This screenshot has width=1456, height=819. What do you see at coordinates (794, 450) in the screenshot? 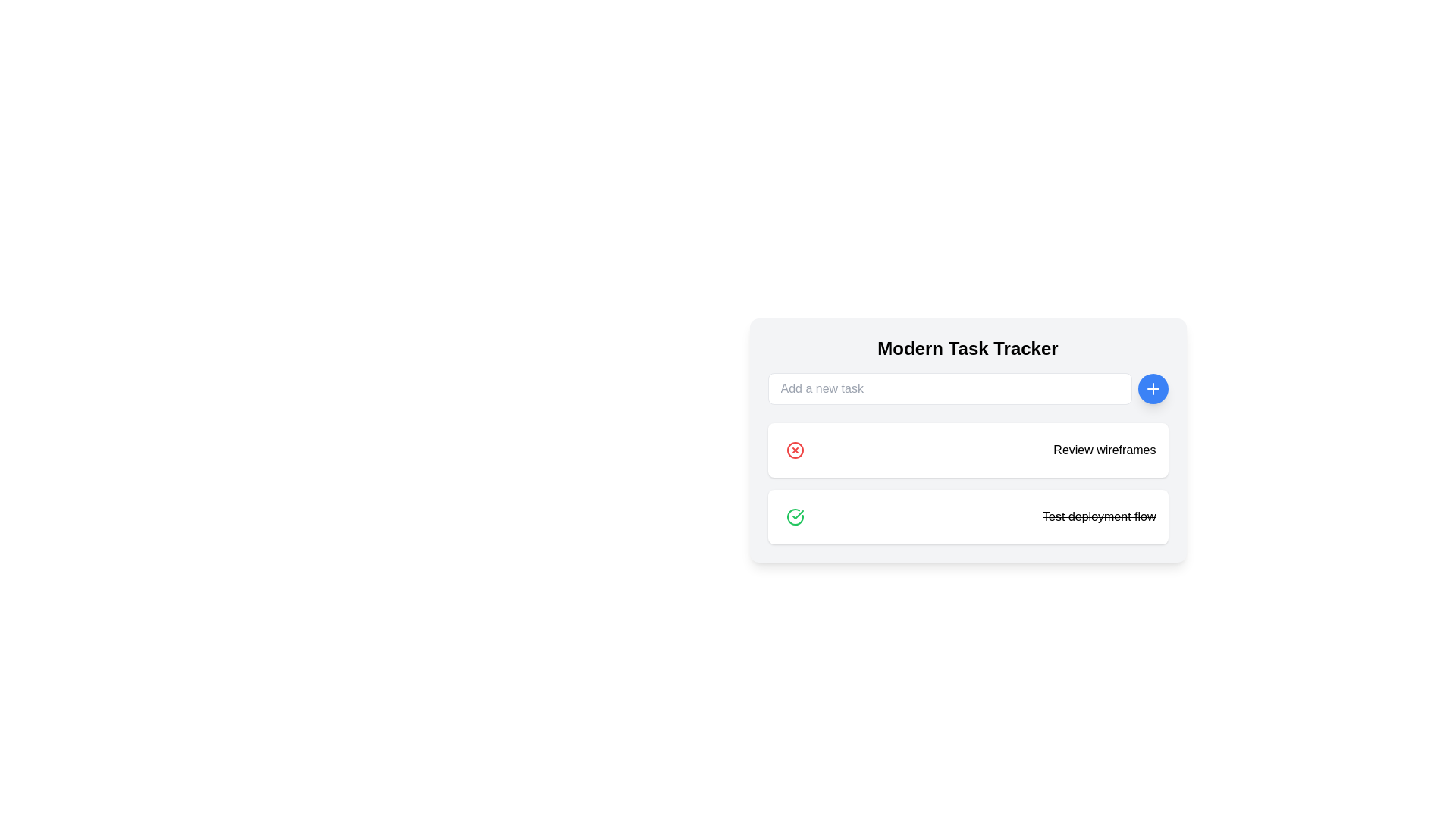
I see `the delete icon button associated with the task 'Review wireframes'` at bounding box center [794, 450].